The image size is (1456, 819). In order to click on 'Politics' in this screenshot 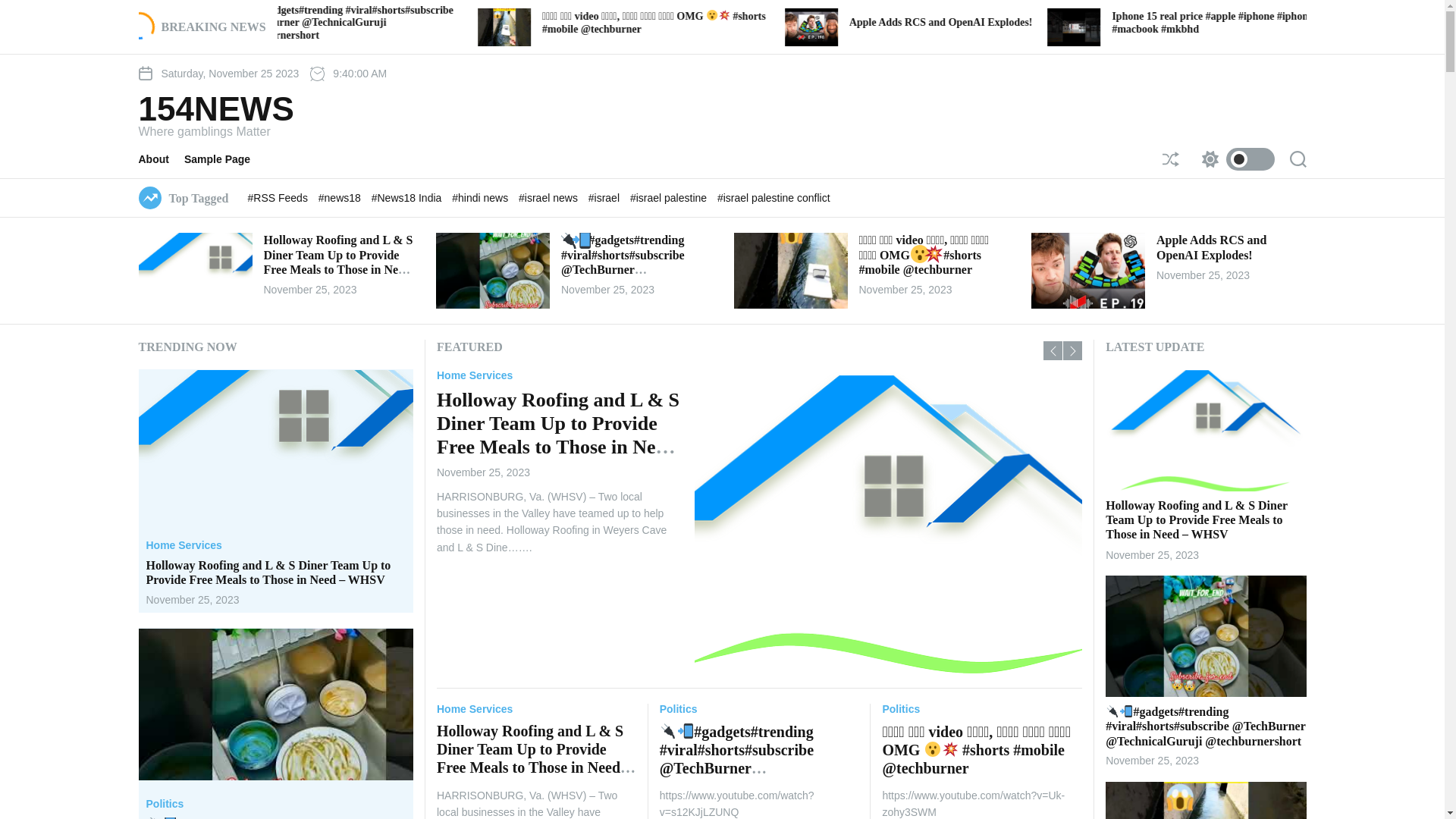, I will do `click(164, 803)`.